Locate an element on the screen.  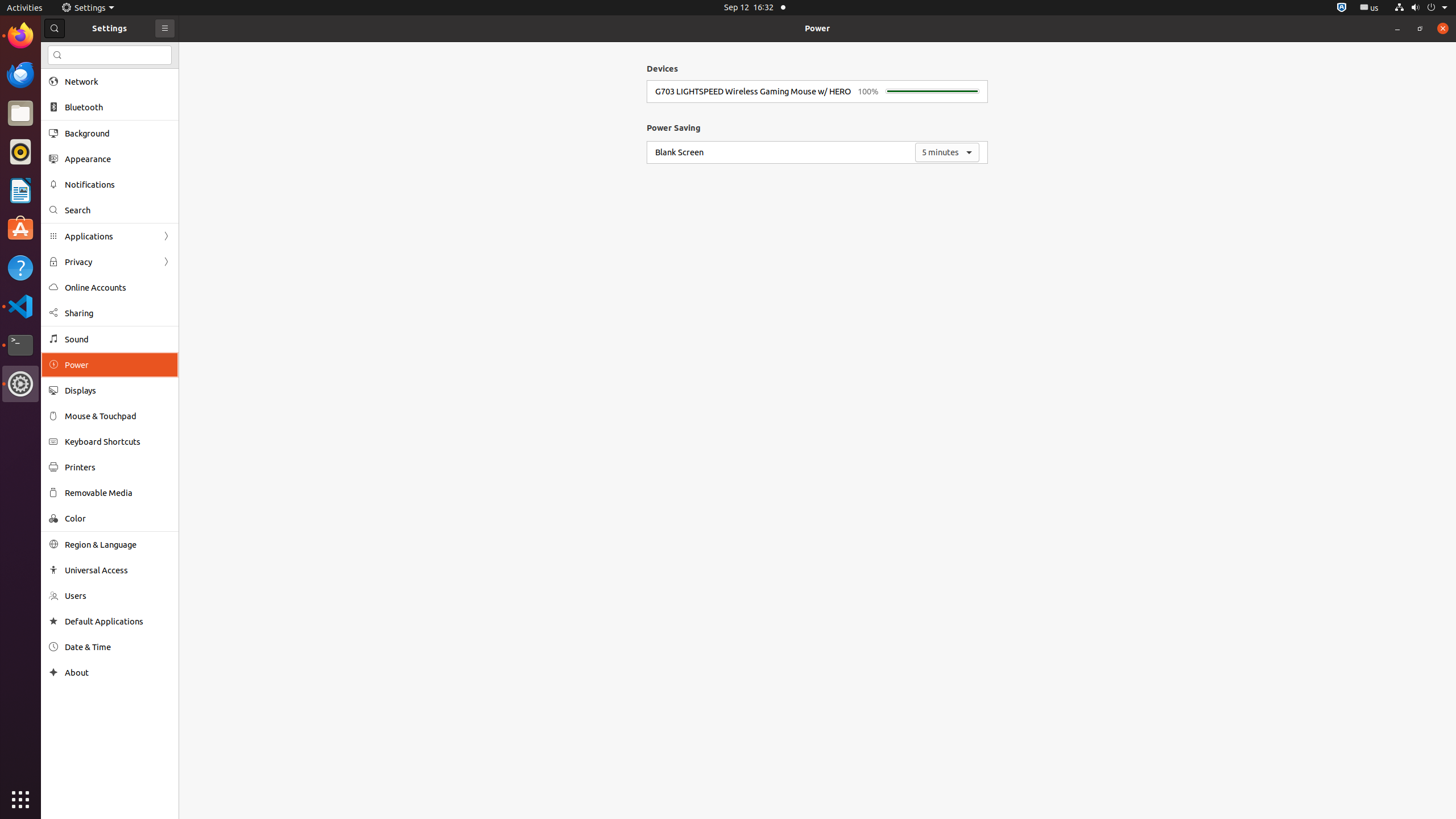
'Appearance' is located at coordinates (118, 159).